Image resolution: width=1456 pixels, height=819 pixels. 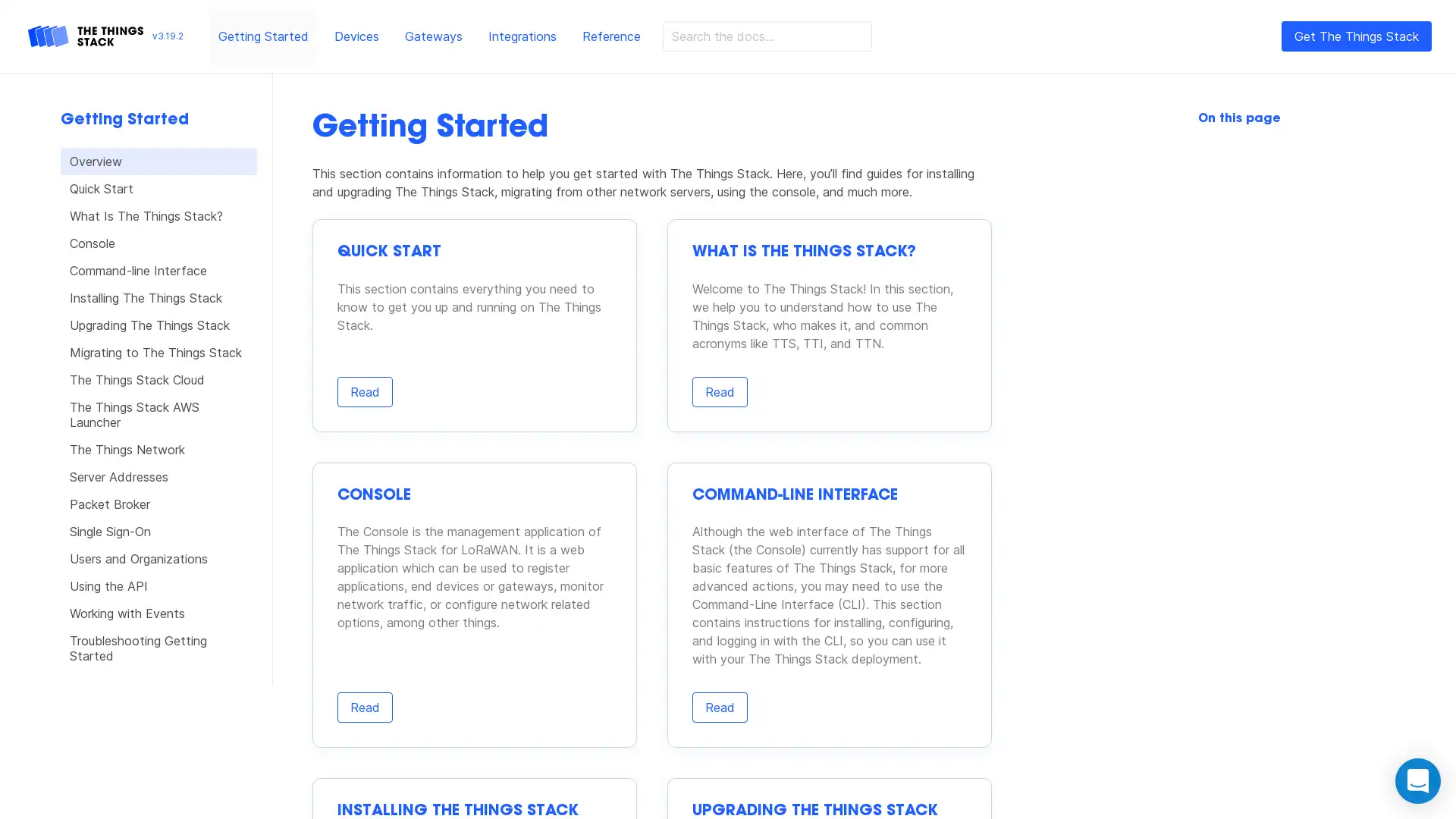 What do you see at coordinates (1417, 780) in the screenshot?
I see `Open Intercom Messenger` at bounding box center [1417, 780].